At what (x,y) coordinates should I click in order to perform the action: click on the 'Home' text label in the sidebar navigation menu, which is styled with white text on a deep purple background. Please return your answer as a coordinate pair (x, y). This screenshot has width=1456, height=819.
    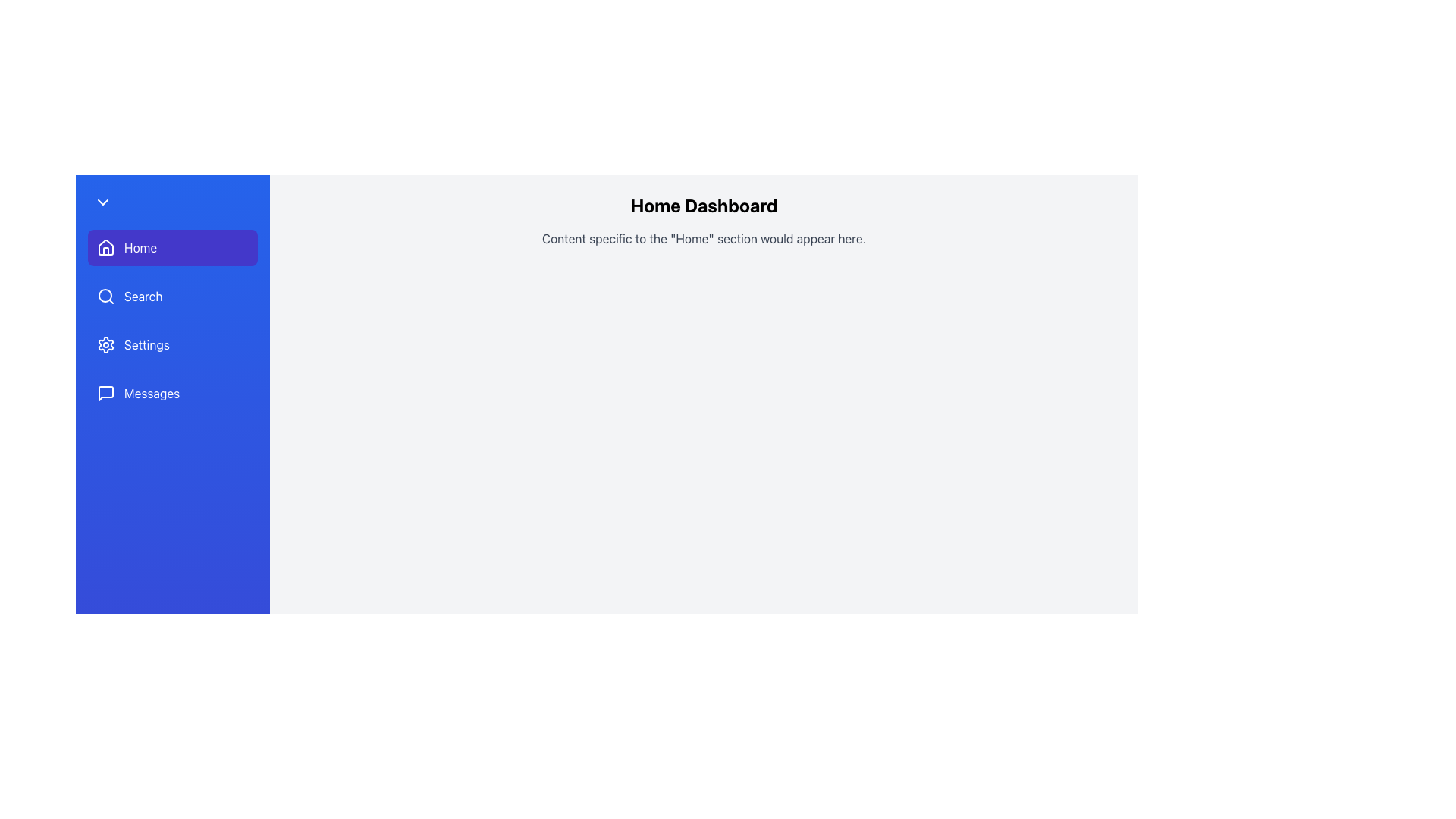
    Looking at the image, I should click on (140, 247).